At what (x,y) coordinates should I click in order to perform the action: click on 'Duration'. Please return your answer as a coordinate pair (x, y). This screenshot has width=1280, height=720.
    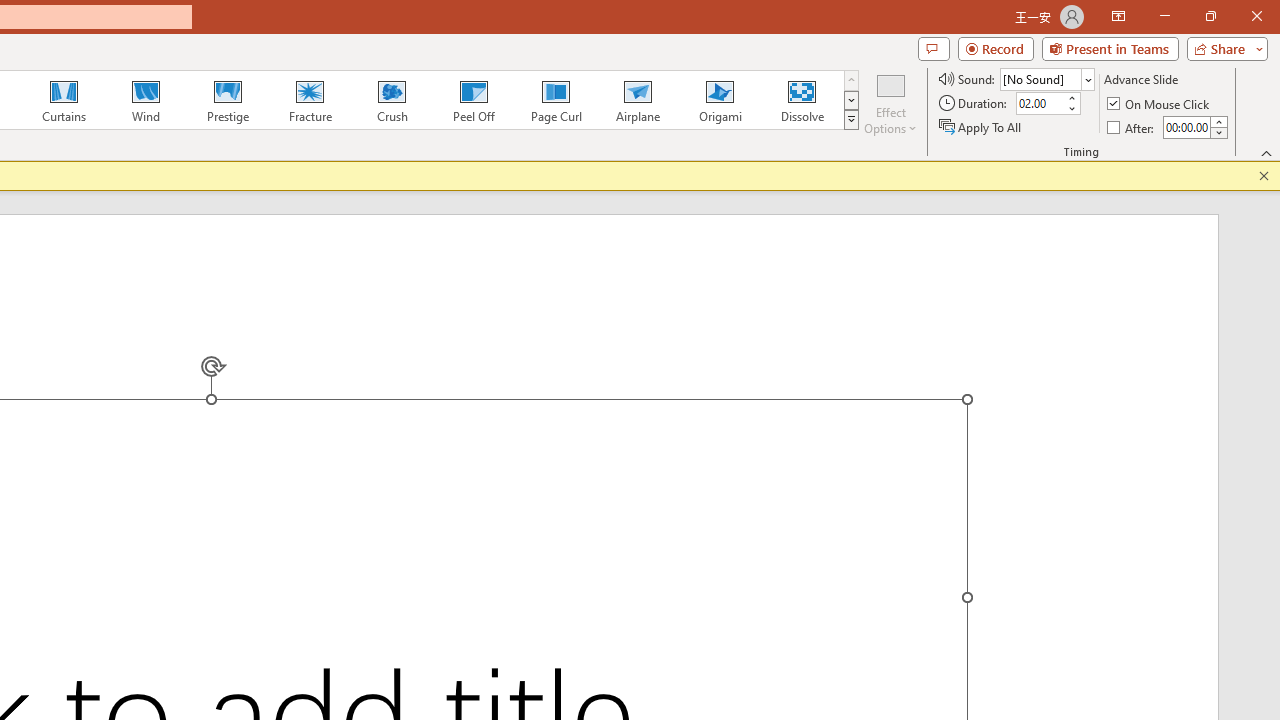
    Looking at the image, I should click on (1040, 103).